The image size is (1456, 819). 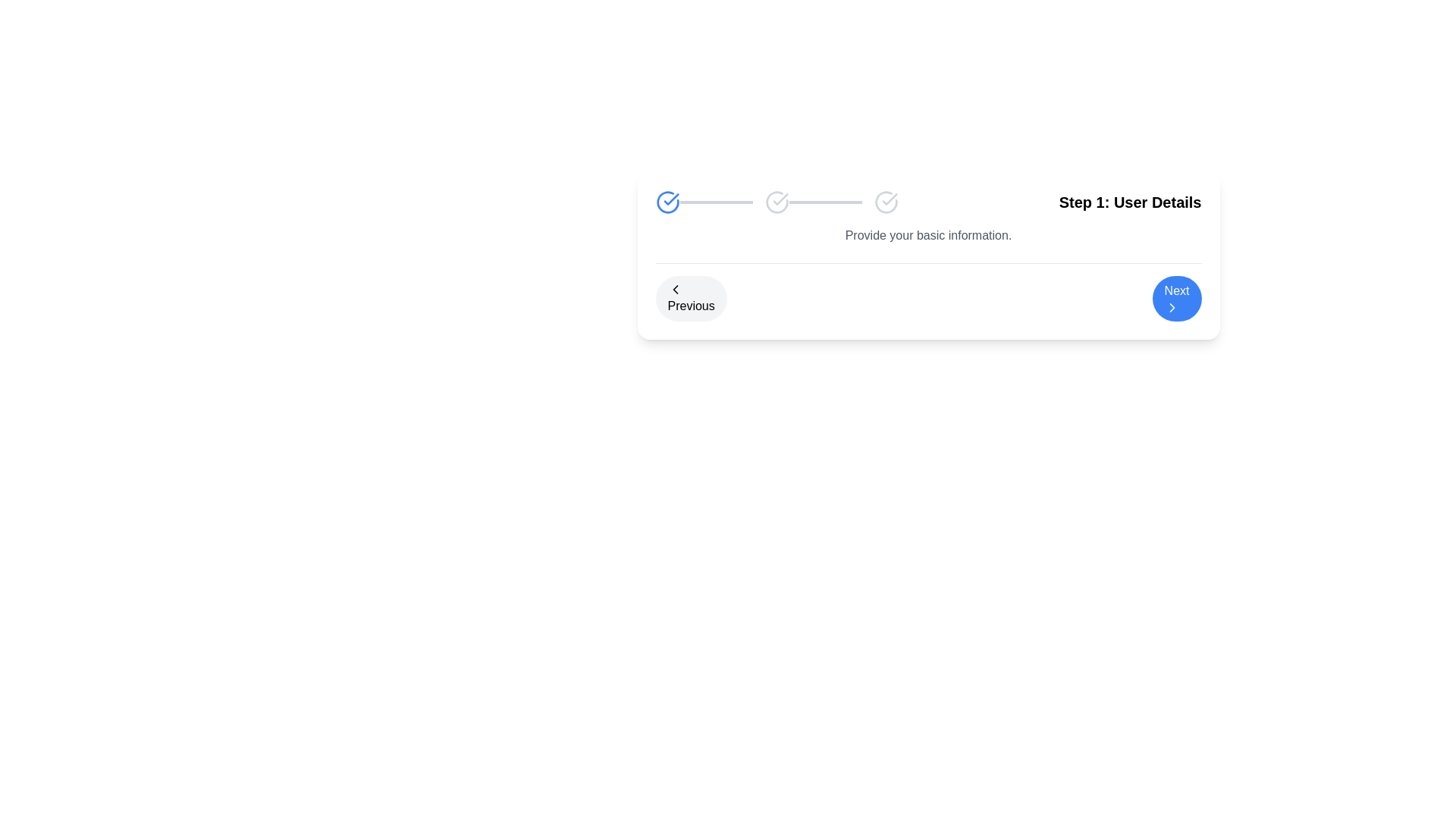 What do you see at coordinates (927, 201) in the screenshot?
I see `the progress tracker component titled 'Step 1: User Details'` at bounding box center [927, 201].